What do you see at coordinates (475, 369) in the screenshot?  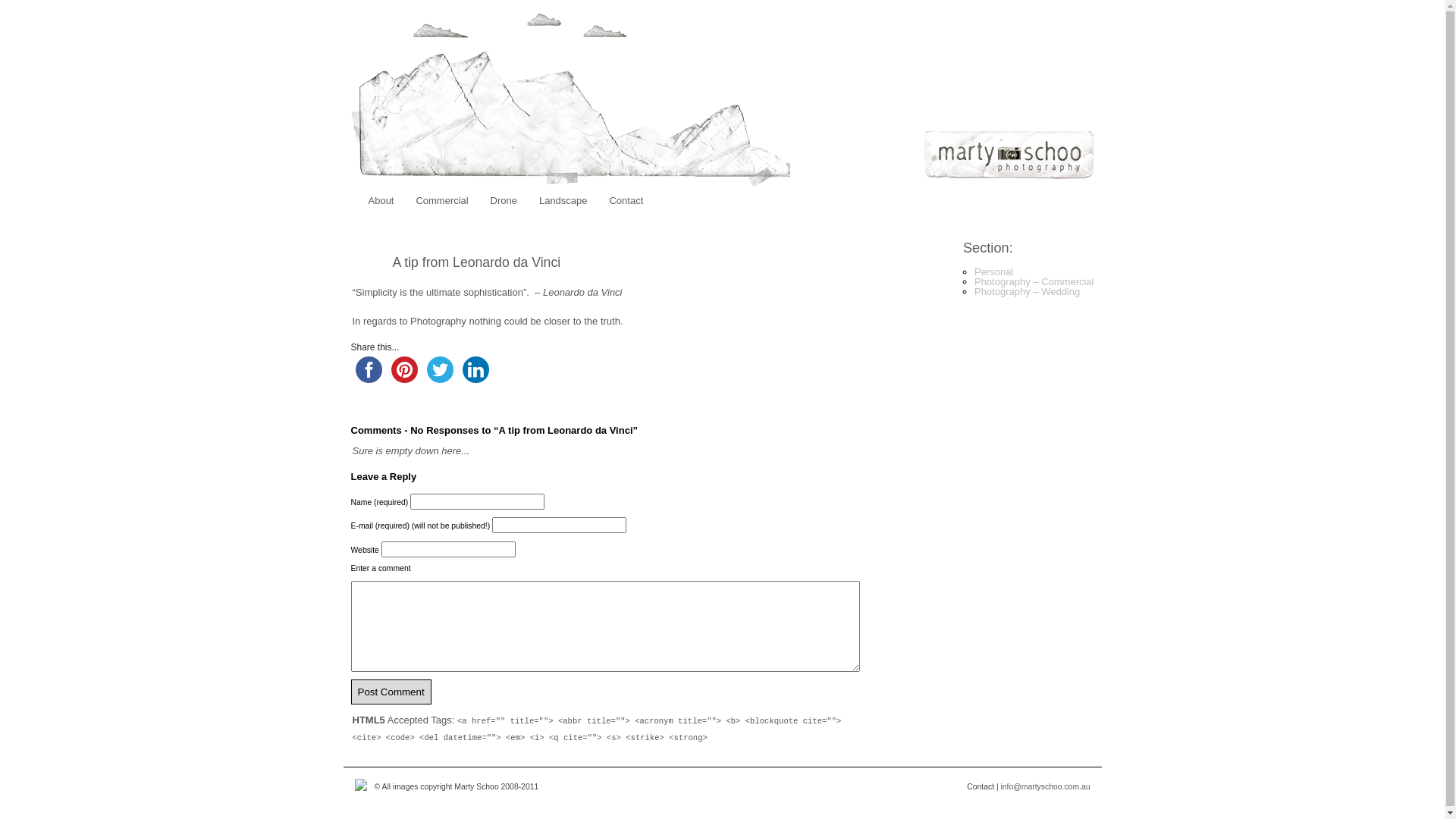 I see `'linkedin'` at bounding box center [475, 369].